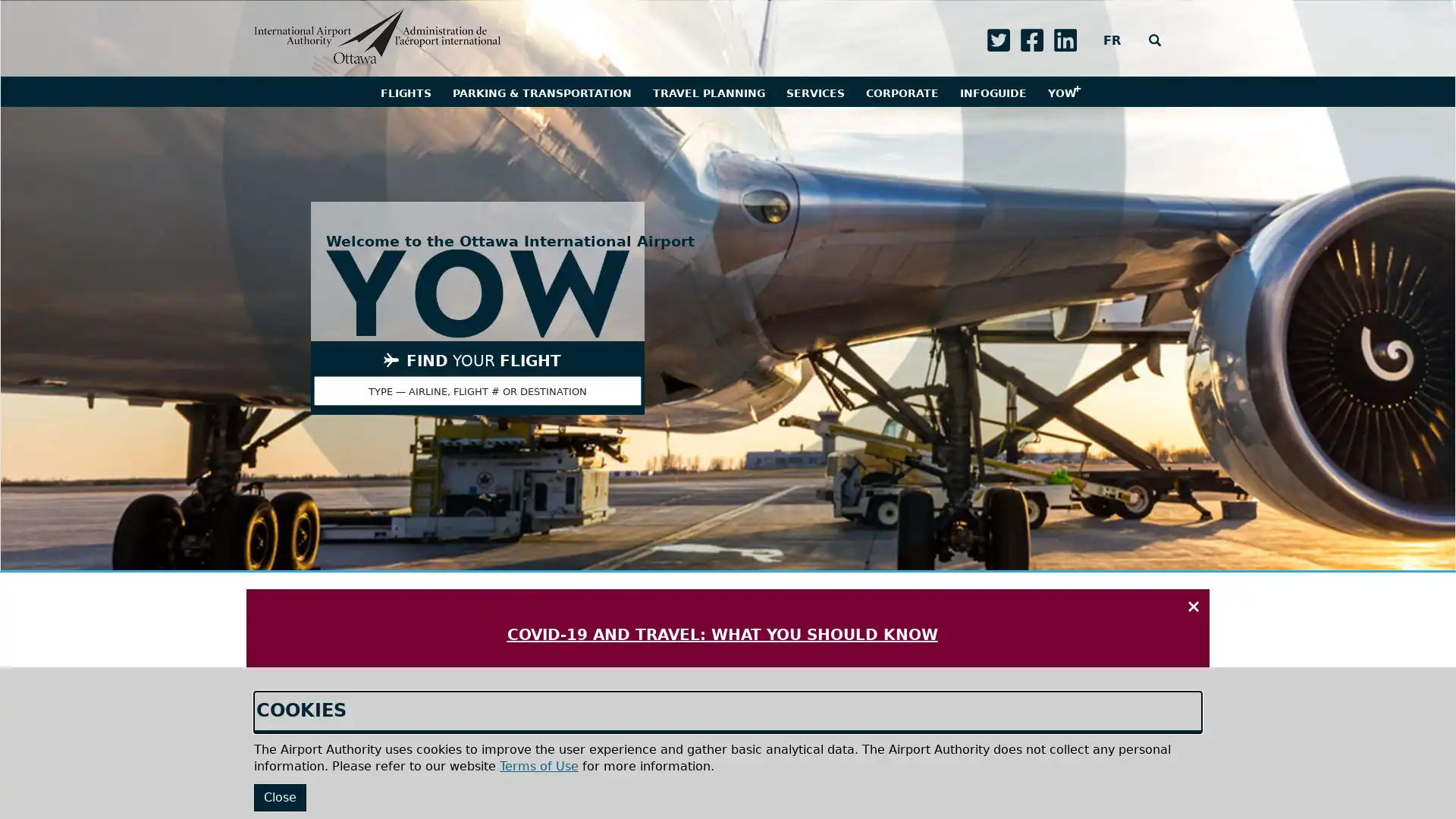 This screenshot has height=819, width=1456. Describe the element at coordinates (566, 798) in the screenshot. I see `Reload Flights` at that location.